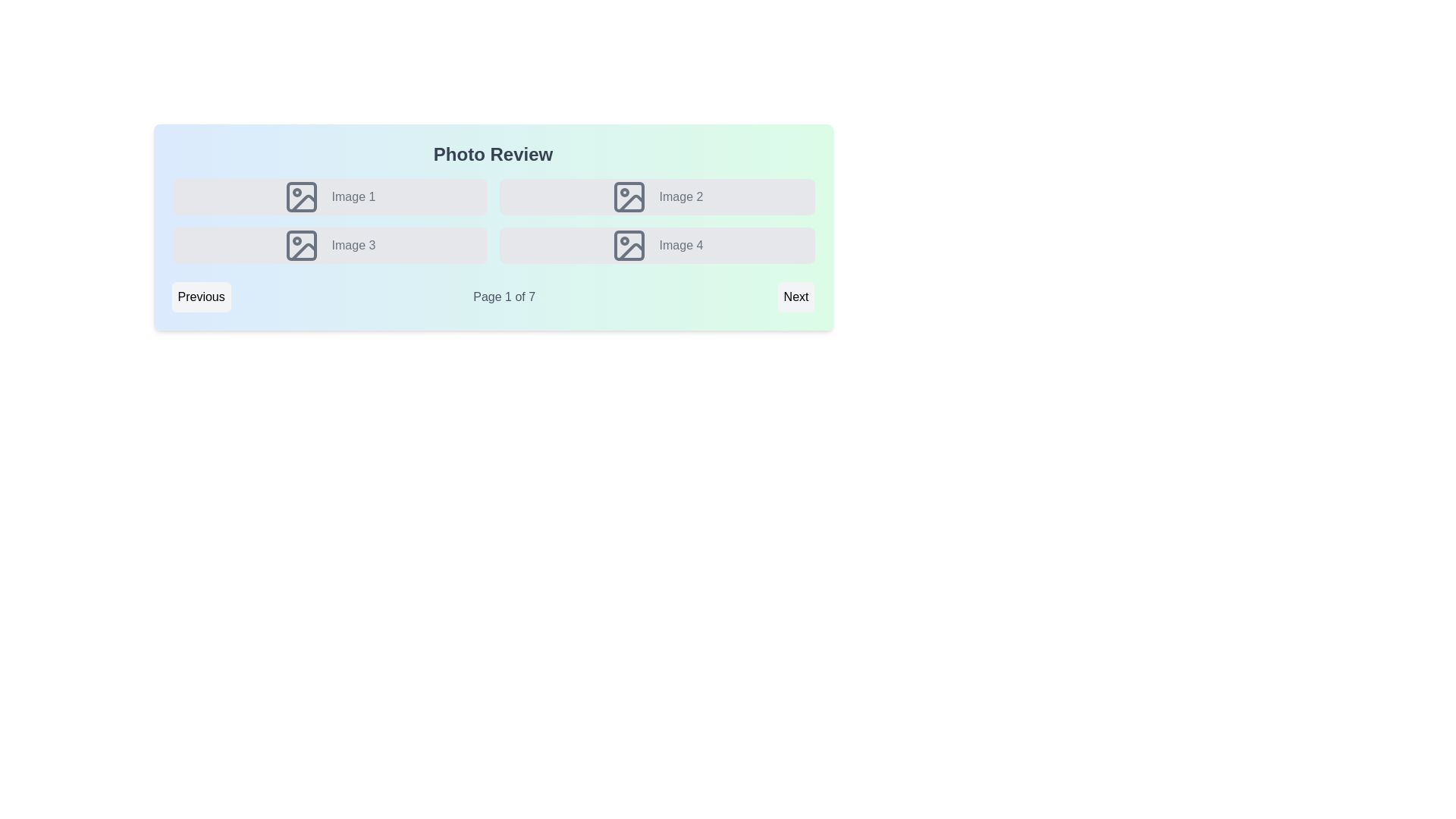 The width and height of the screenshot is (1456, 819). Describe the element at coordinates (328, 196) in the screenshot. I see `the first card component in the top-left corner of the grid layout, which serves as a visual representation for an image in a photo review interface` at that location.